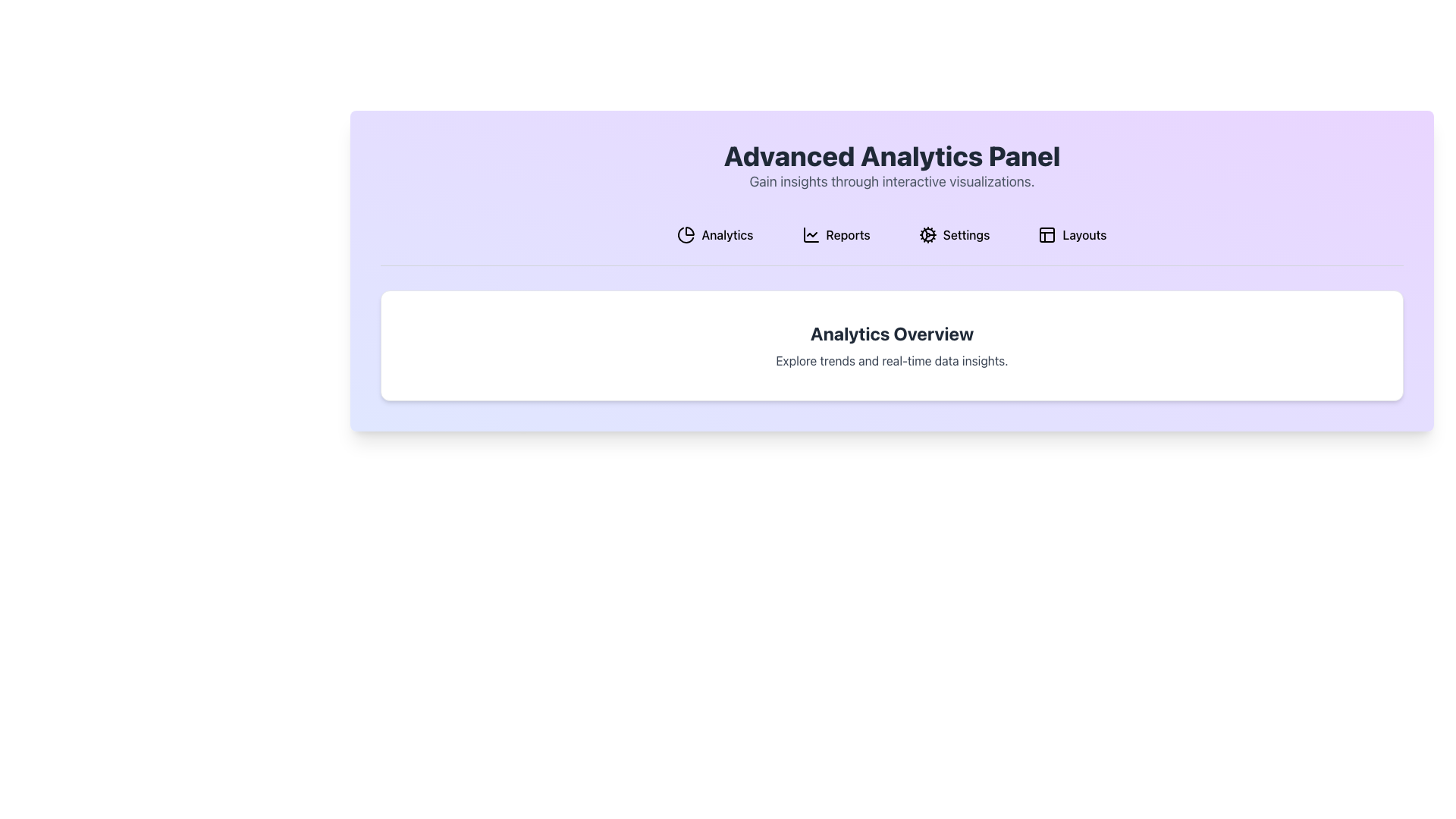 The image size is (1456, 819). Describe the element at coordinates (892, 180) in the screenshot. I see `text from the Text Label that says 'Gain insights through interactive visualizations.' which is located centrally below the 'Advanced Analytics Panel' on a light purple background` at that location.